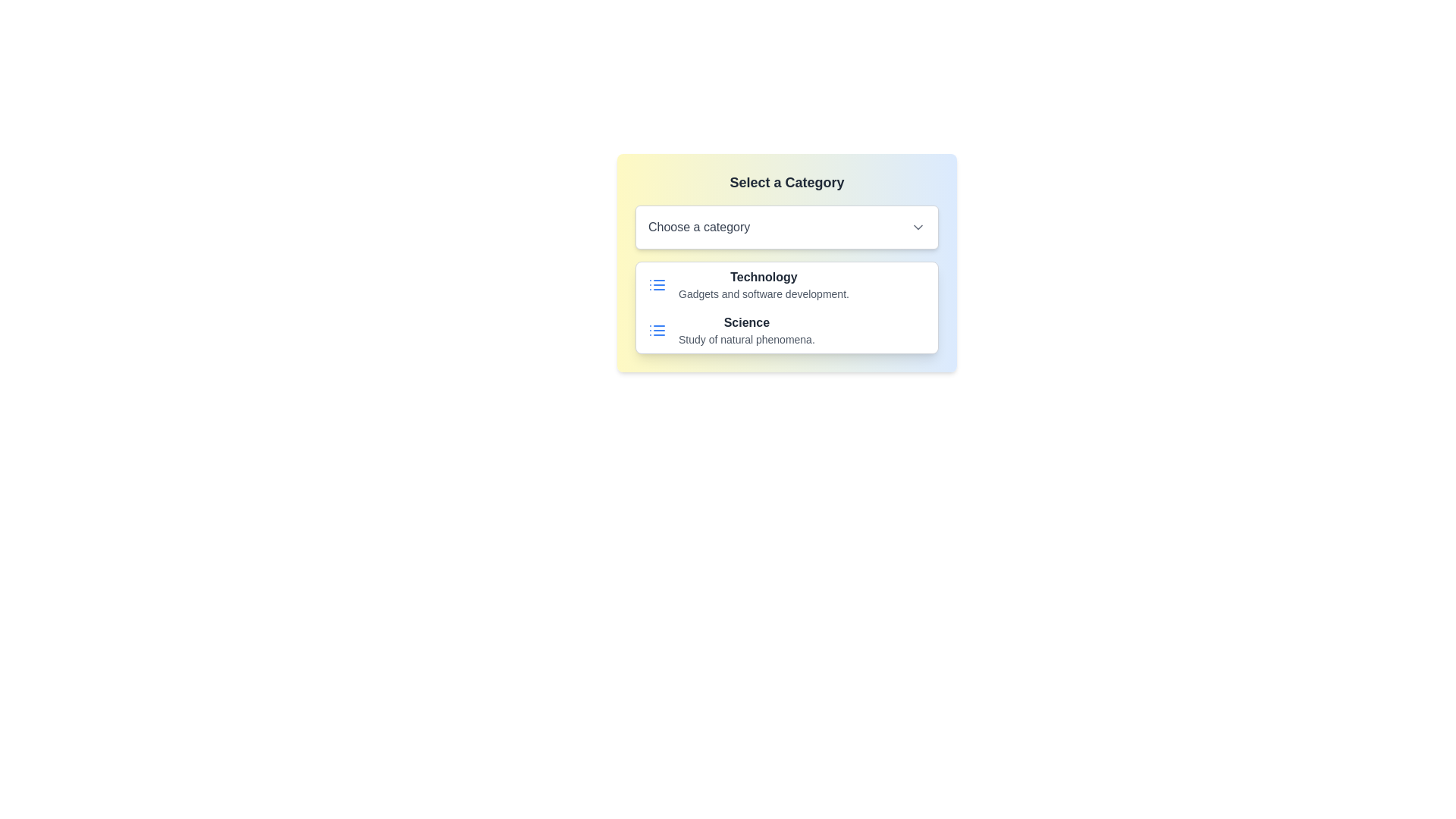 This screenshot has height=819, width=1456. I want to click on the Static text label displaying 'Study of natural phenomena.' which is located below the bold 'Science' label in the category selection interface, so click(746, 338).